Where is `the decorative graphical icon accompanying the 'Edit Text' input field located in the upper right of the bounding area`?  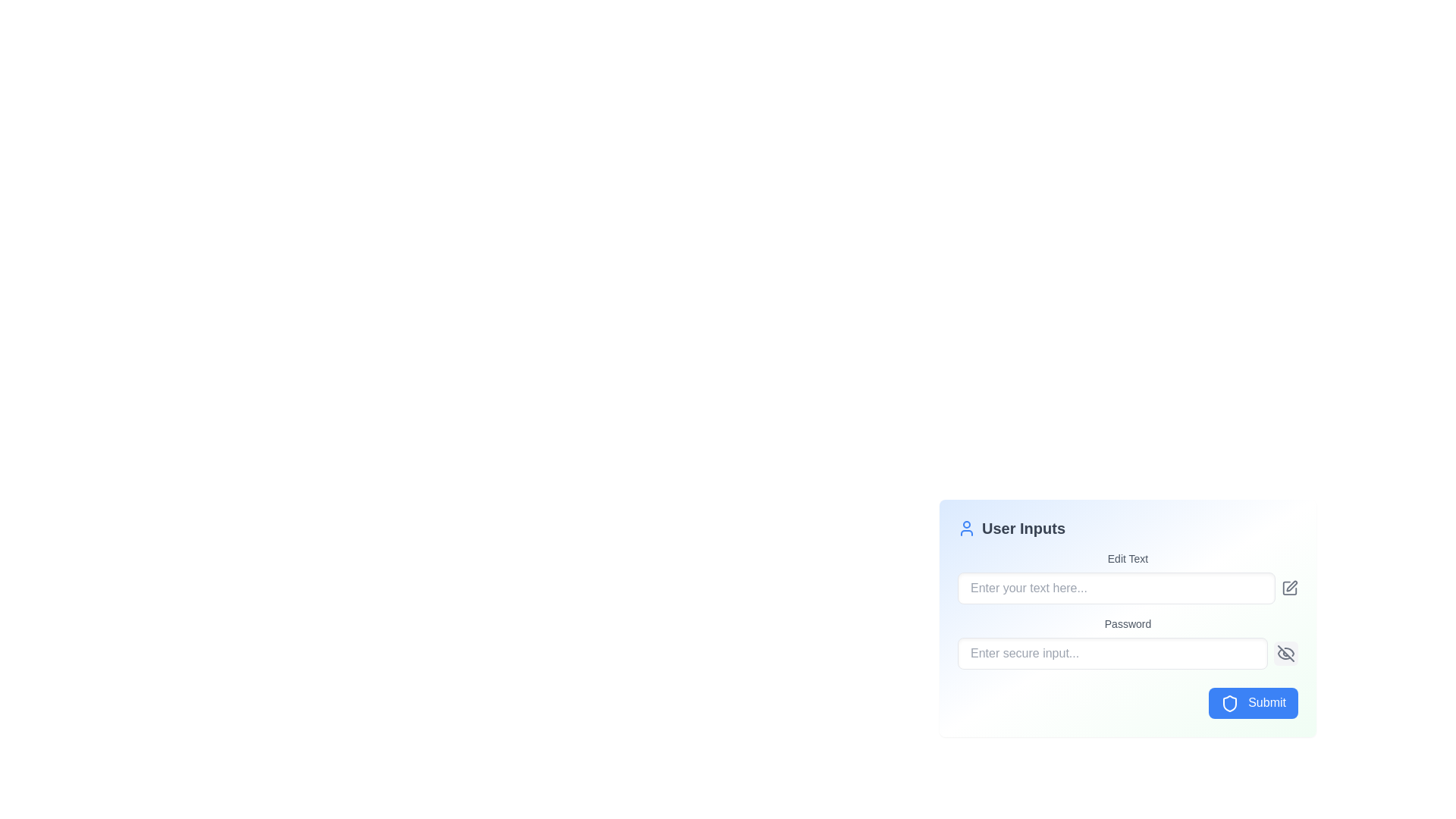
the decorative graphical icon accompanying the 'Edit Text' input field located in the upper right of the bounding area is located at coordinates (1288, 587).